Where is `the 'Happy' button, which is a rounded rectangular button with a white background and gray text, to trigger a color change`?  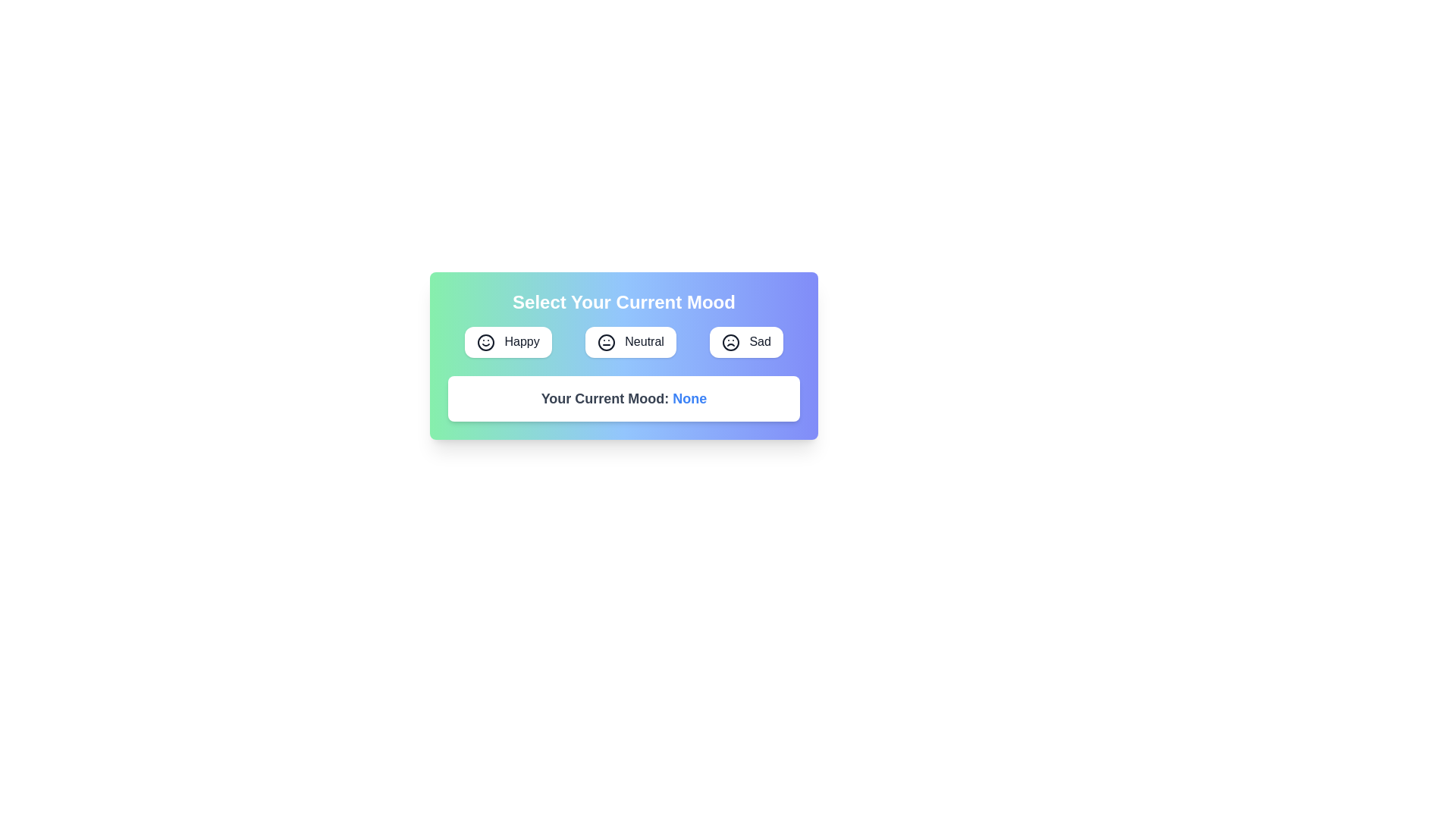
the 'Happy' button, which is a rounded rectangular button with a white background and gray text, to trigger a color change is located at coordinates (508, 342).